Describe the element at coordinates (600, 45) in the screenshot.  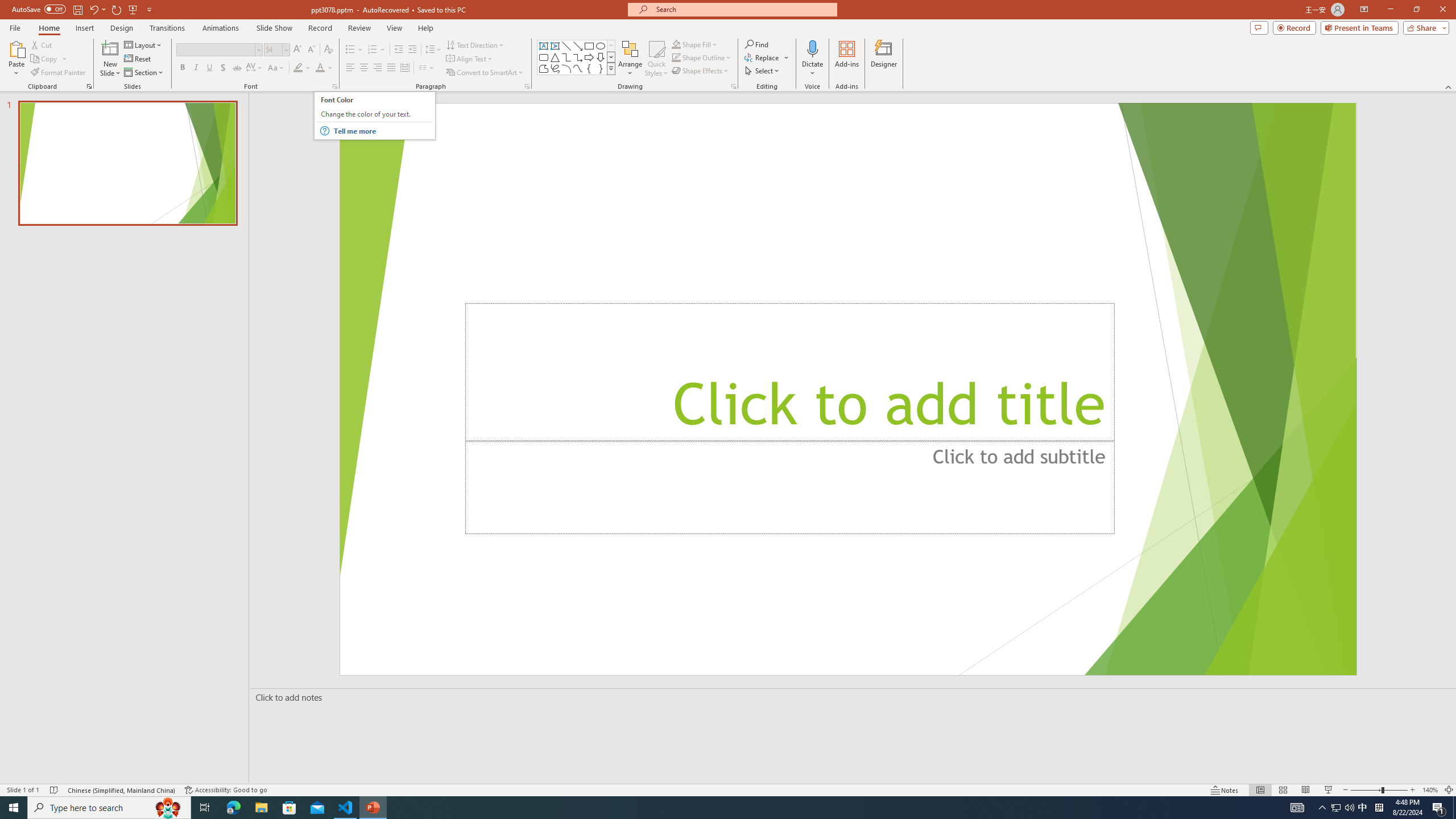
I see `'Oval'` at that location.